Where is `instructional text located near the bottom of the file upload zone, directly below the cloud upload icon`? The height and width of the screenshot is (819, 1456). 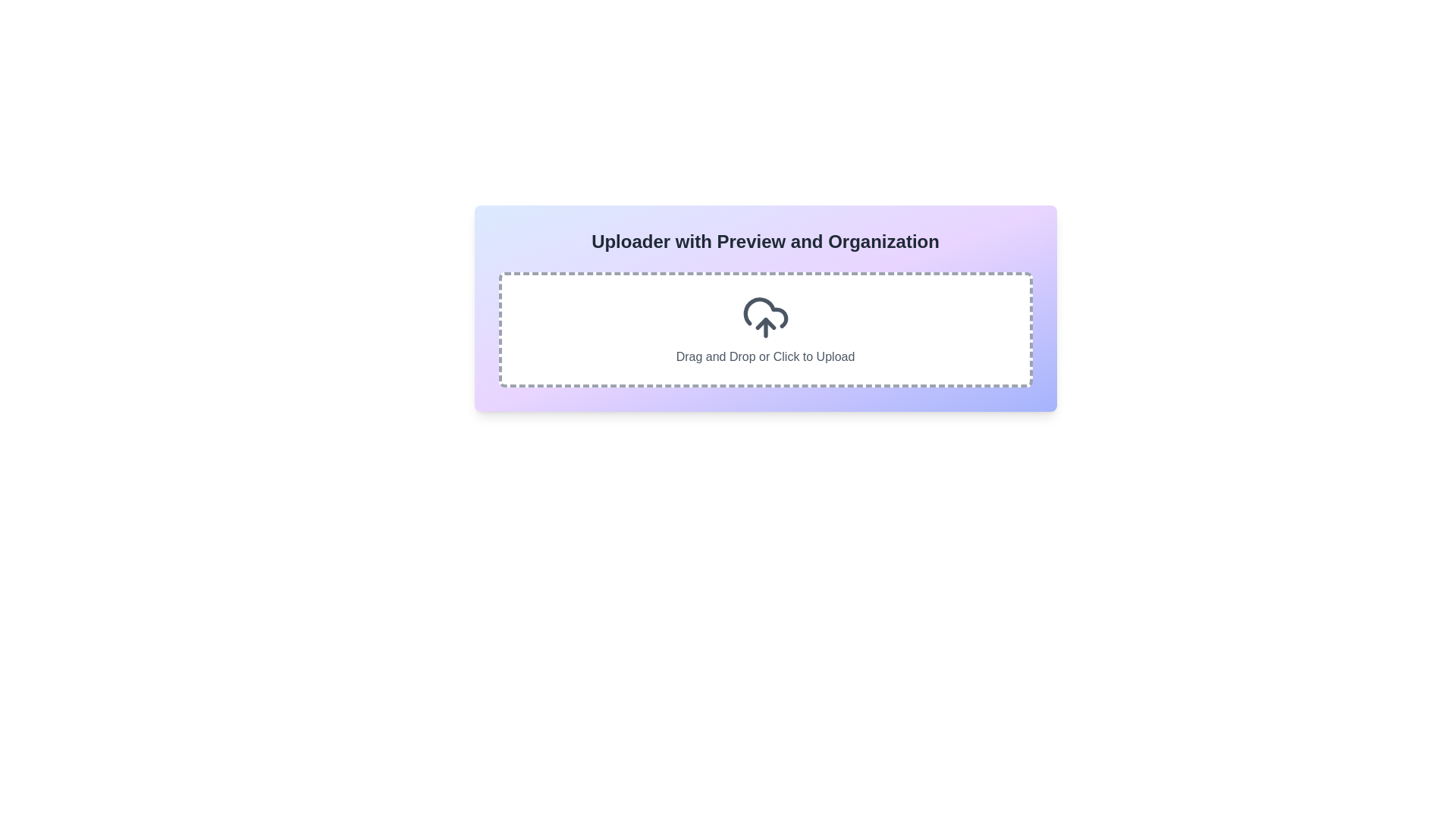
instructional text located near the bottom of the file upload zone, directly below the cloud upload icon is located at coordinates (765, 356).